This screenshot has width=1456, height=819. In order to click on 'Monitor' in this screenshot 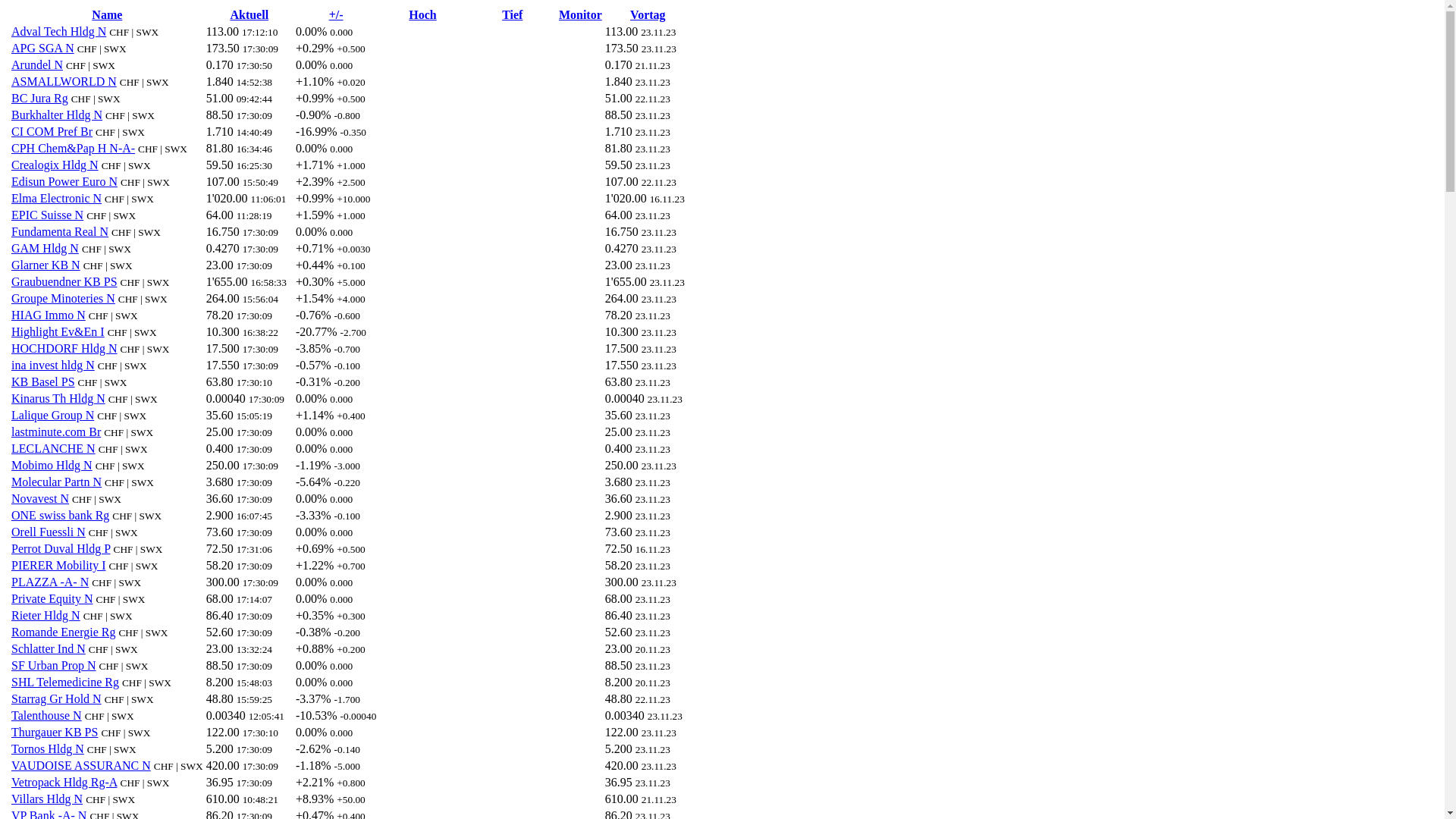, I will do `click(579, 14)`.